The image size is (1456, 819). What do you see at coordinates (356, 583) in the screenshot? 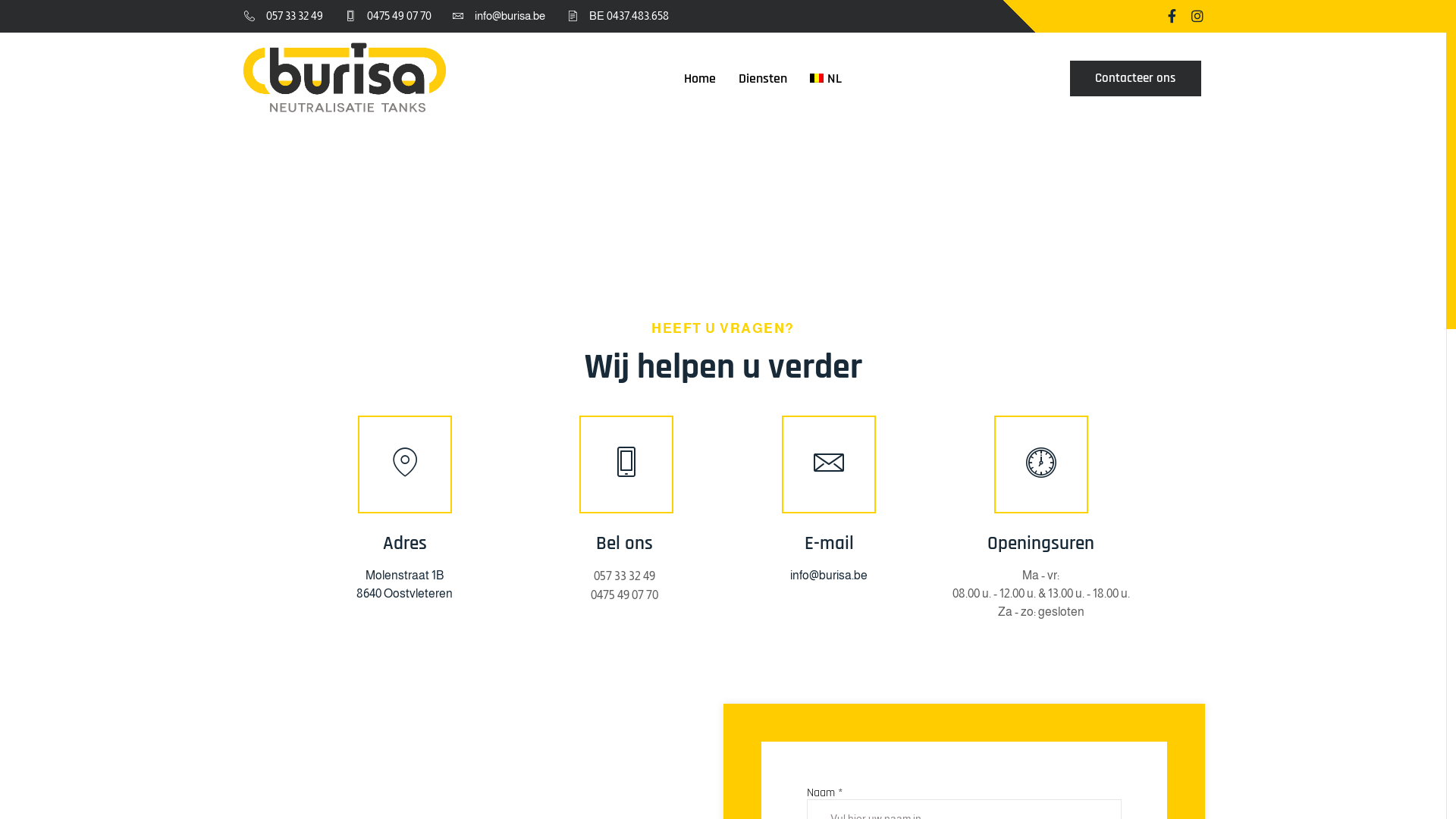
I see `'Molenstraat 1B` at bounding box center [356, 583].